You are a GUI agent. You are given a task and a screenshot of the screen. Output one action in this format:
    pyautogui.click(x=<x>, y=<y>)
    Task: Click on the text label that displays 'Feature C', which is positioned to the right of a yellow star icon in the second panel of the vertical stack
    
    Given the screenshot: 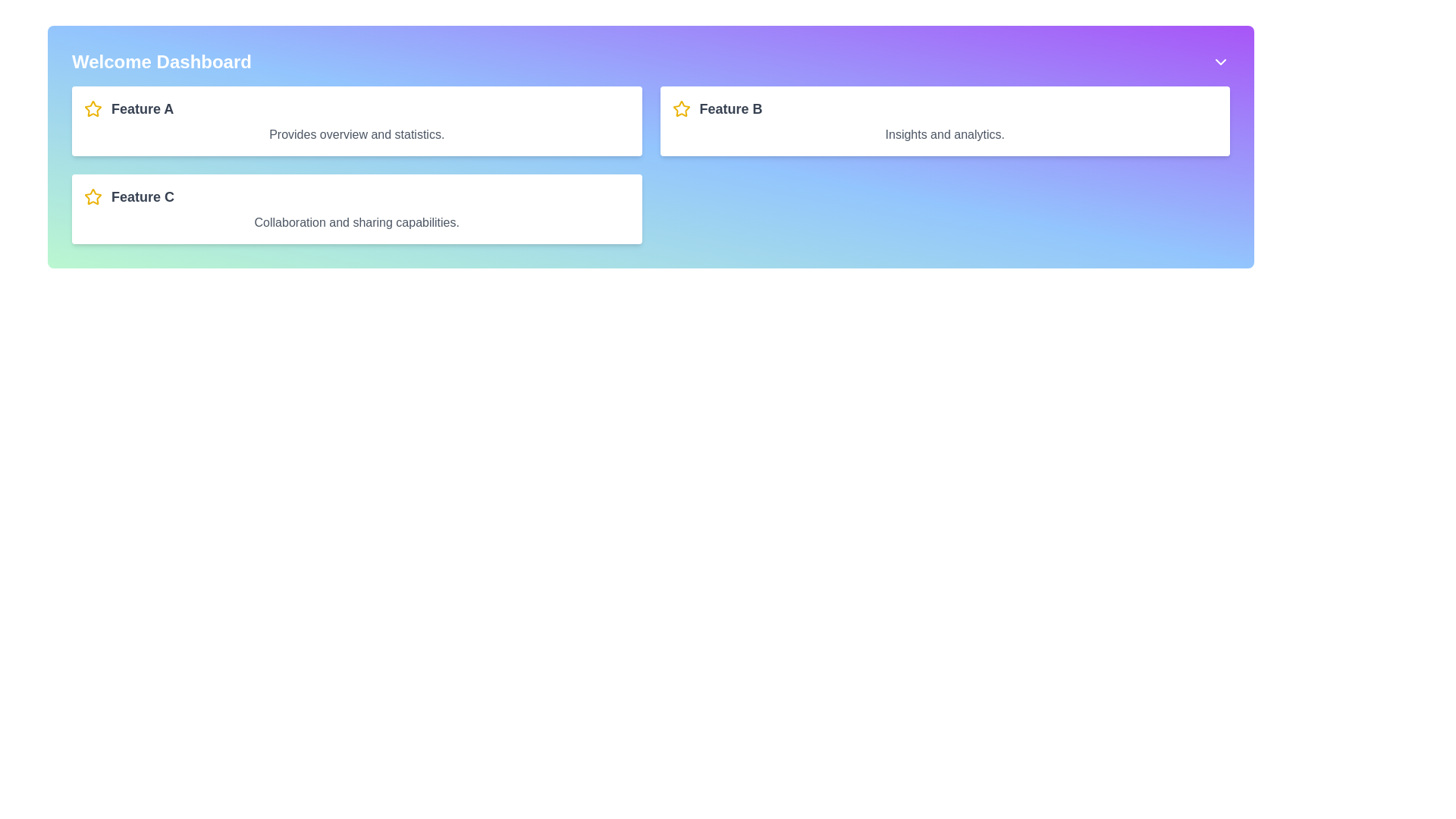 What is the action you would take?
    pyautogui.click(x=143, y=196)
    